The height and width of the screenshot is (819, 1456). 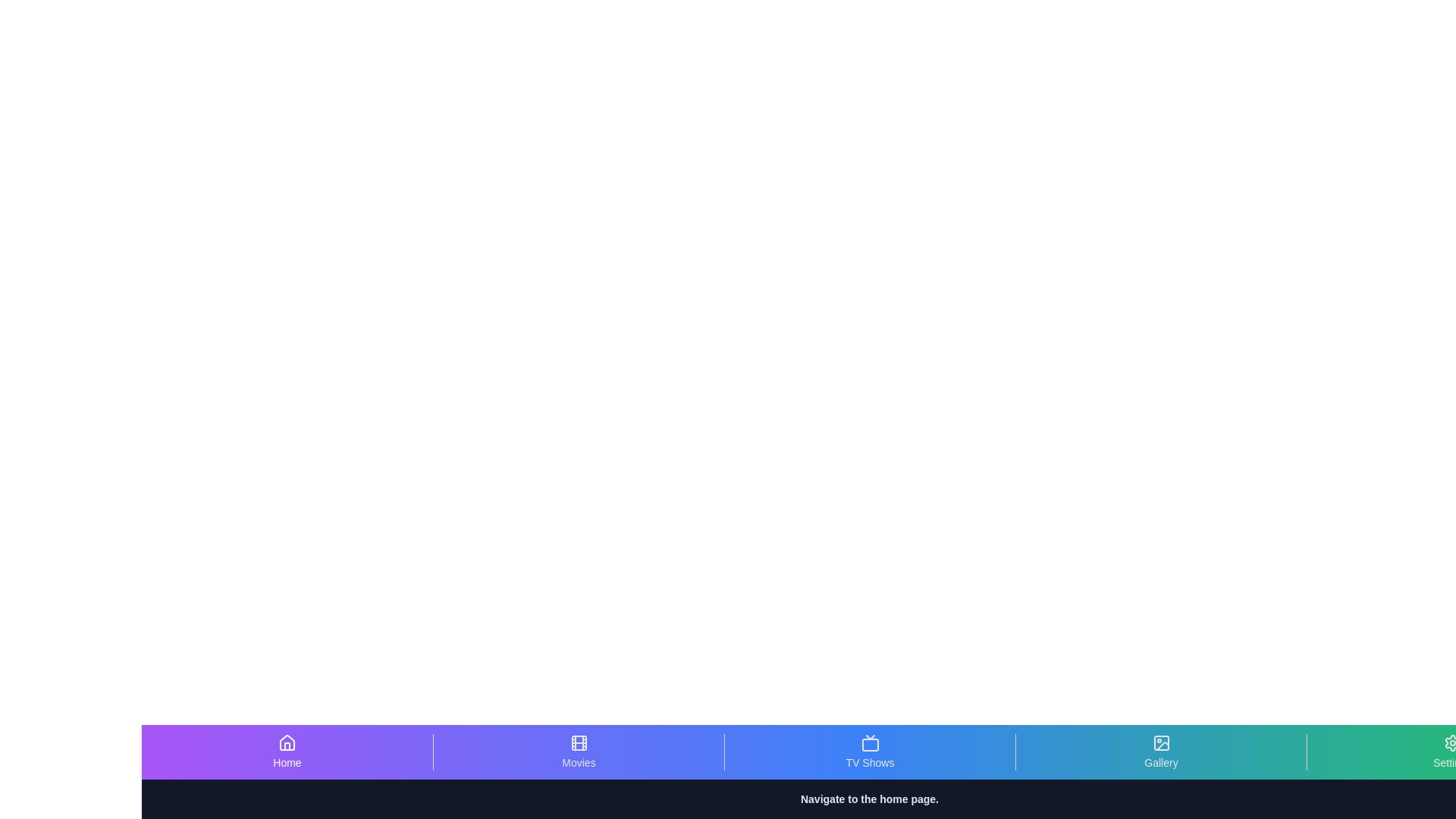 What do you see at coordinates (1160, 752) in the screenshot?
I see `the Gallery tab to view its hover effects` at bounding box center [1160, 752].